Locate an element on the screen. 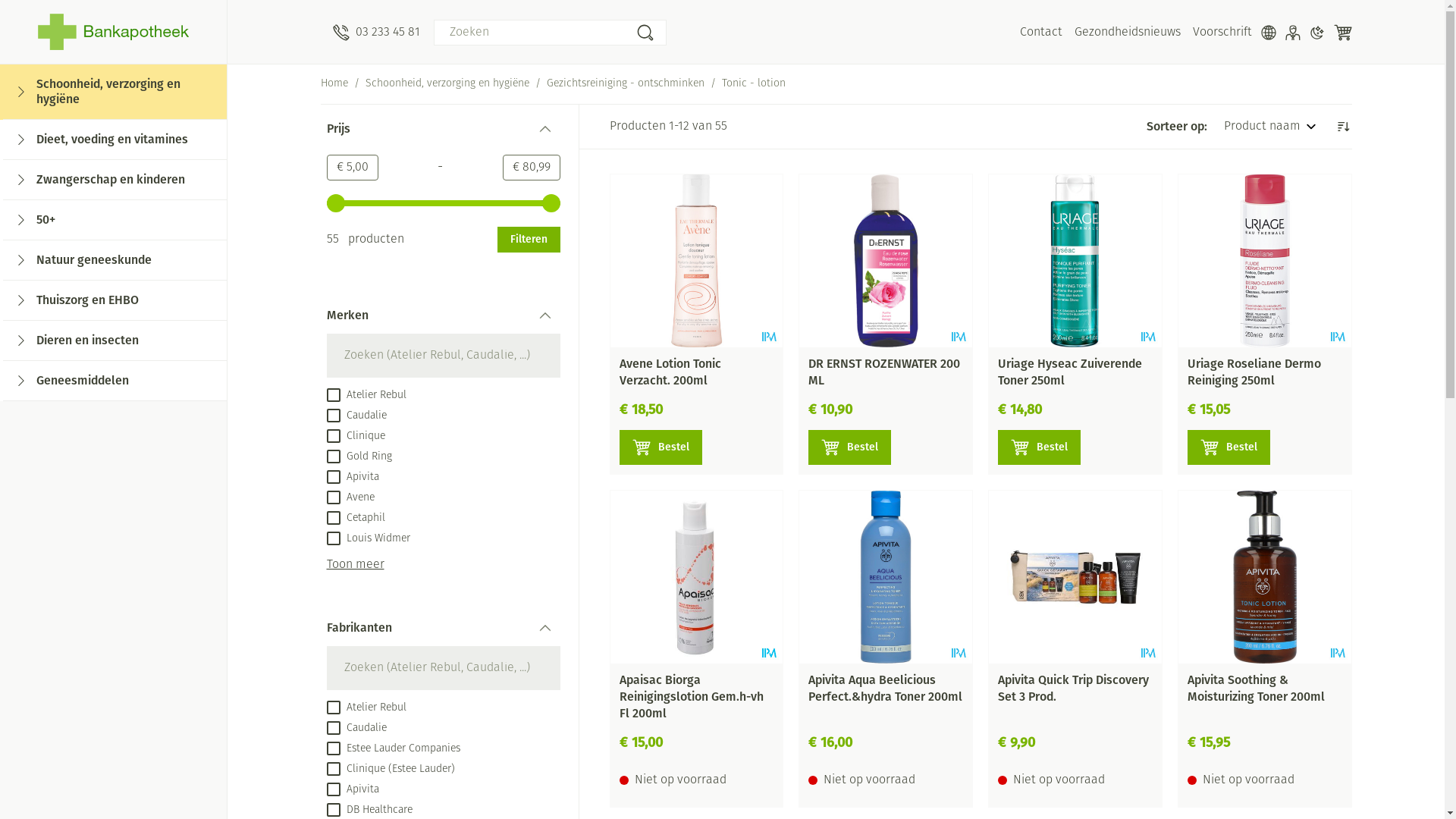 This screenshot has width=1456, height=819. 'on' is located at coordinates (325, 789).